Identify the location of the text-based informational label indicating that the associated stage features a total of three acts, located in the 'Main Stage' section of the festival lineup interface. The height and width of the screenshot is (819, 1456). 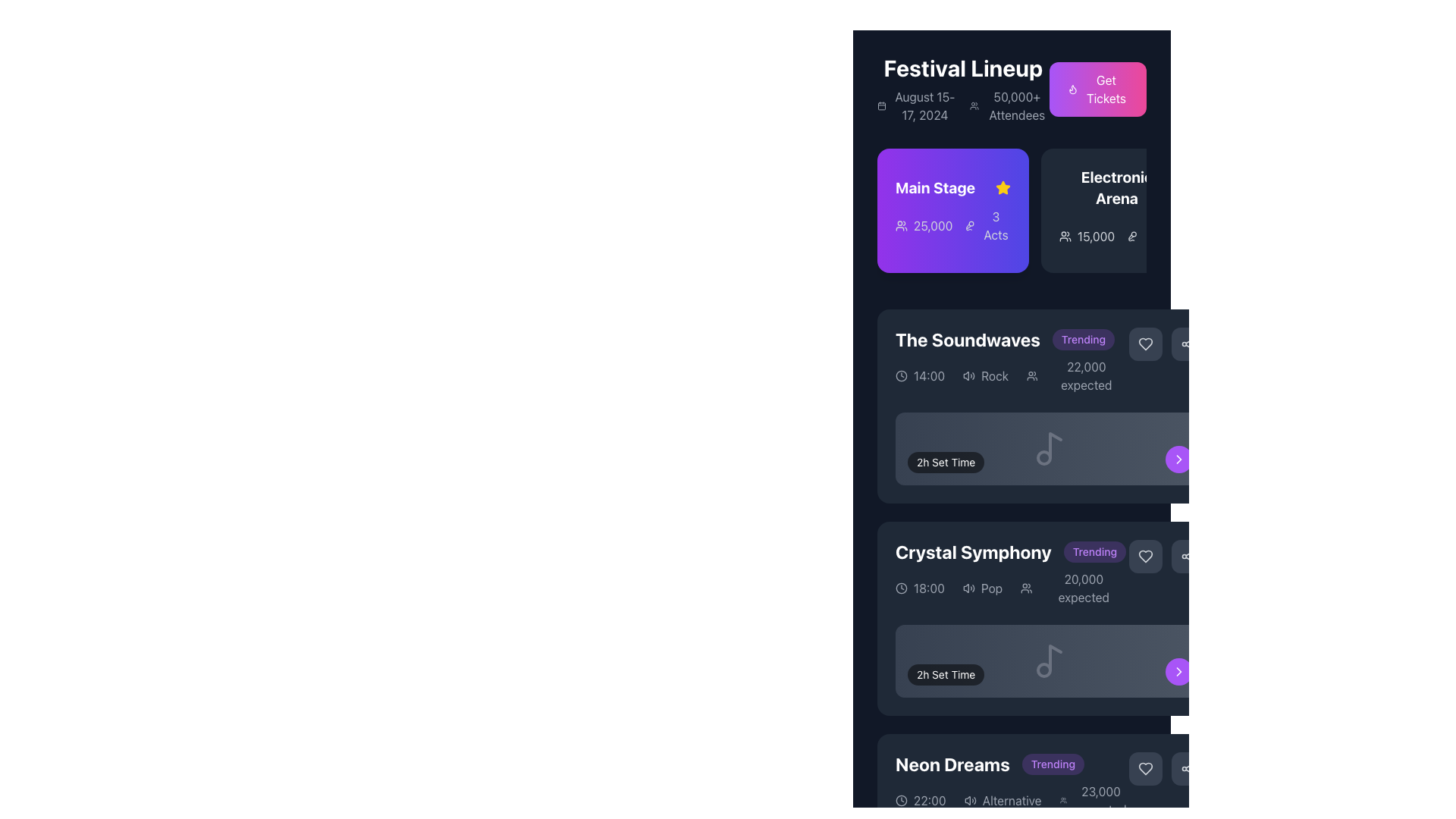
(996, 225).